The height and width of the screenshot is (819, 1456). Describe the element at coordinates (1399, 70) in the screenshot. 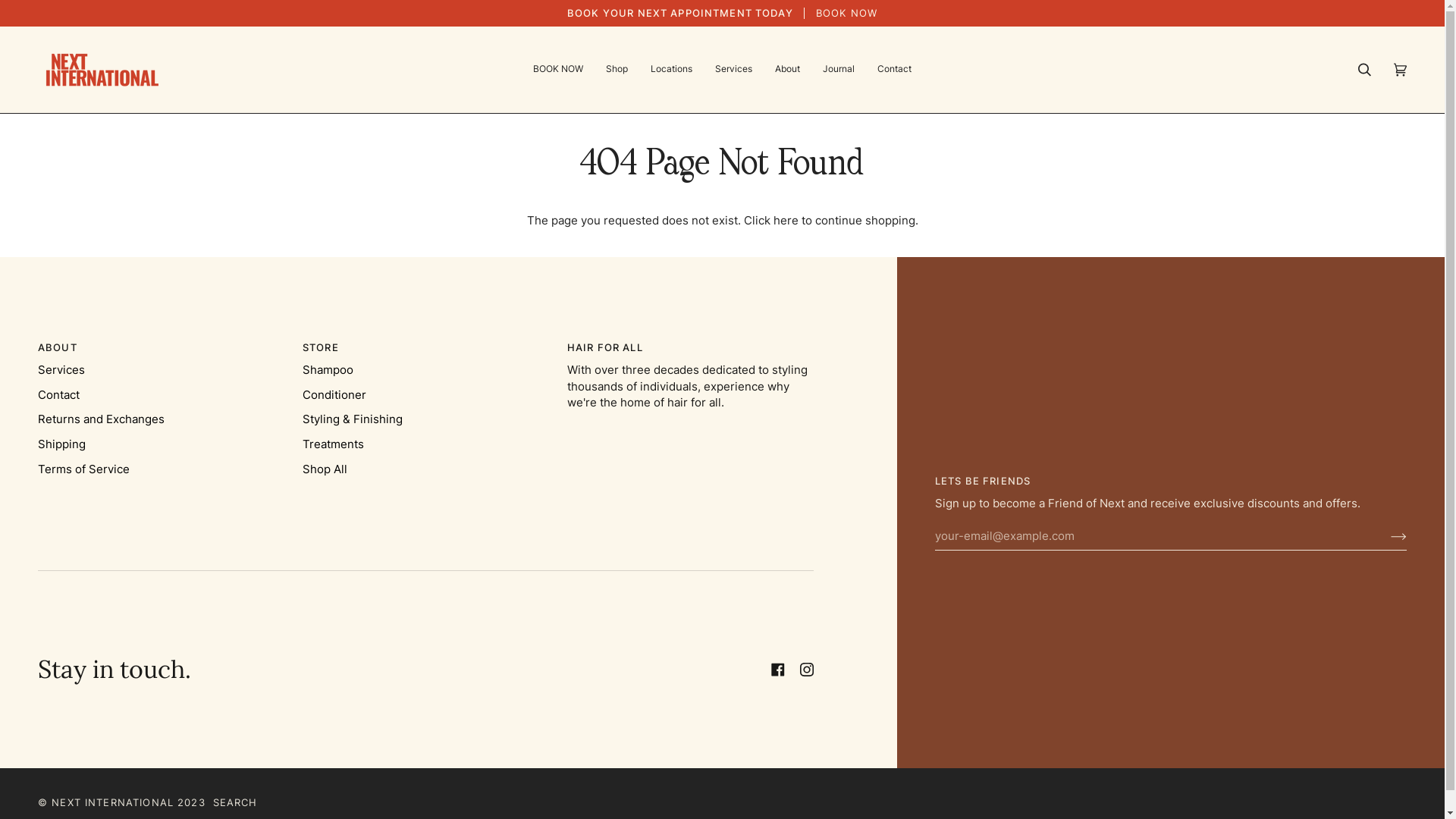

I see `'Cart` at that location.